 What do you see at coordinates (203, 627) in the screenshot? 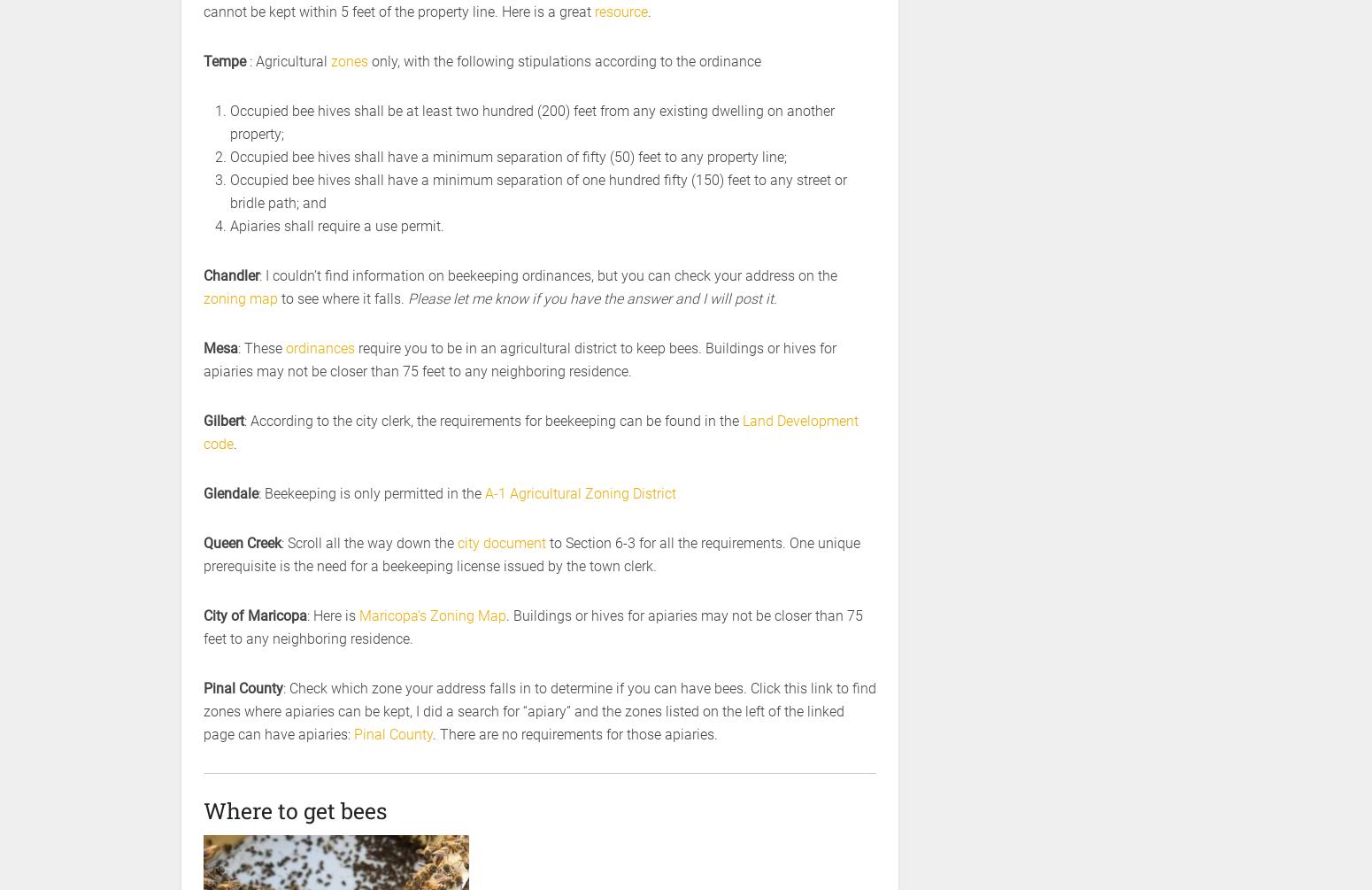
I see `'. Buildings or hives for apiaries may not be closer than 75 feet to any neighboring residence.'` at bounding box center [203, 627].